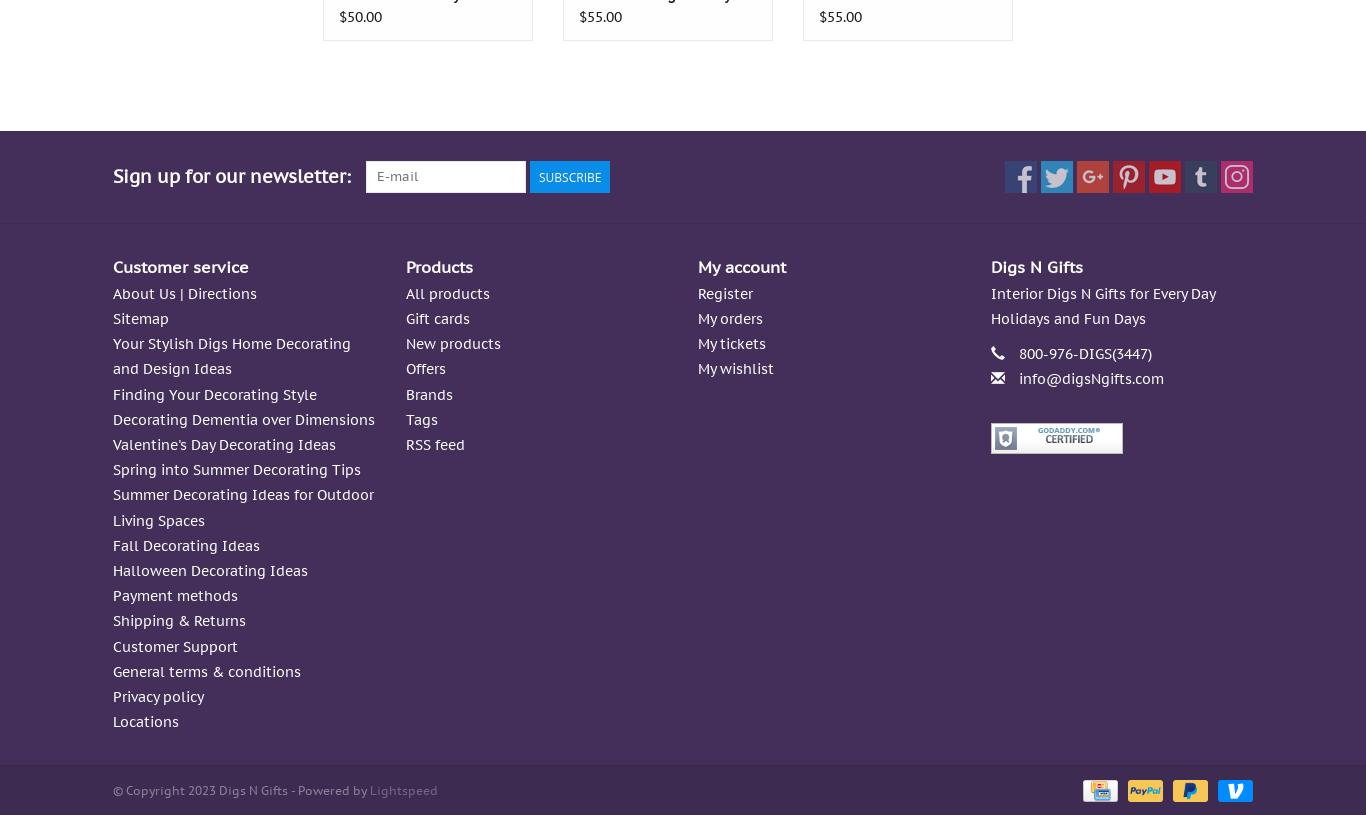 This screenshot has width=1366, height=815. Describe the element at coordinates (205, 669) in the screenshot. I see `'General terms & conditions'` at that location.